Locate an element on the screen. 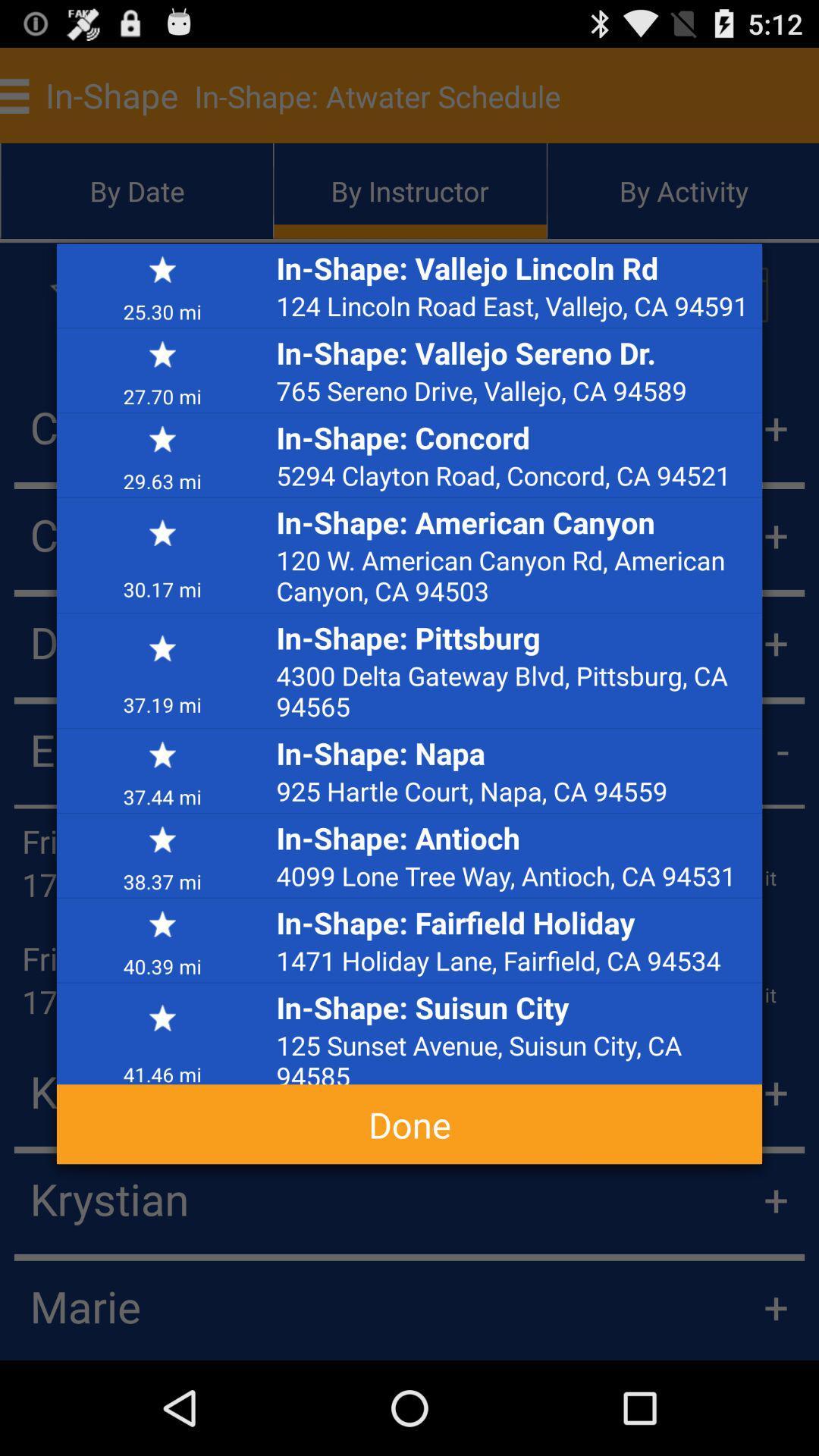 Image resolution: width=819 pixels, height=1456 pixels. the done is located at coordinates (409, 1124).